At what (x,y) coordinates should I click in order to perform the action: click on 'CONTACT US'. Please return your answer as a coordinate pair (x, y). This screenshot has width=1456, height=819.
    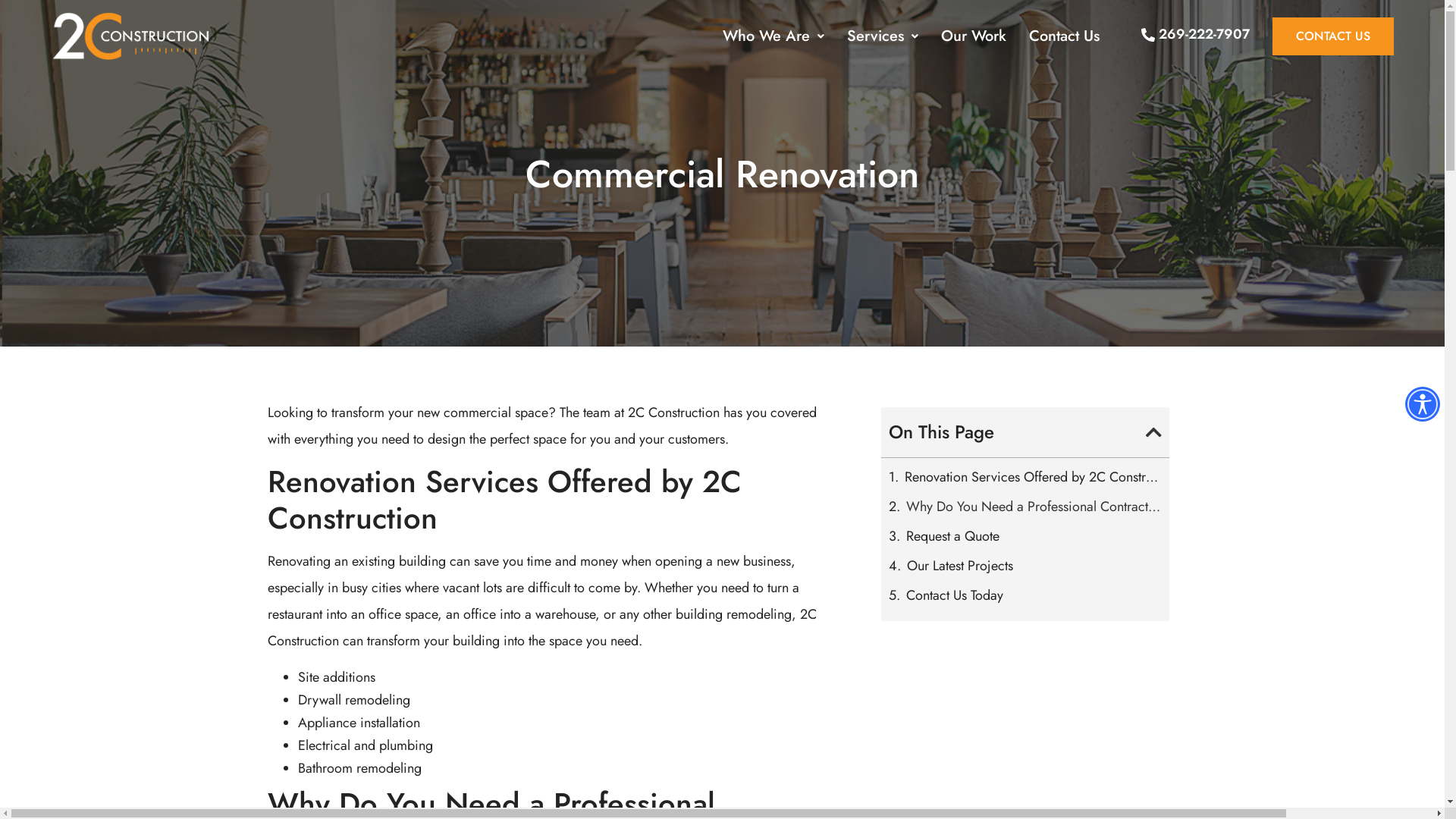
    Looking at the image, I should click on (1332, 35).